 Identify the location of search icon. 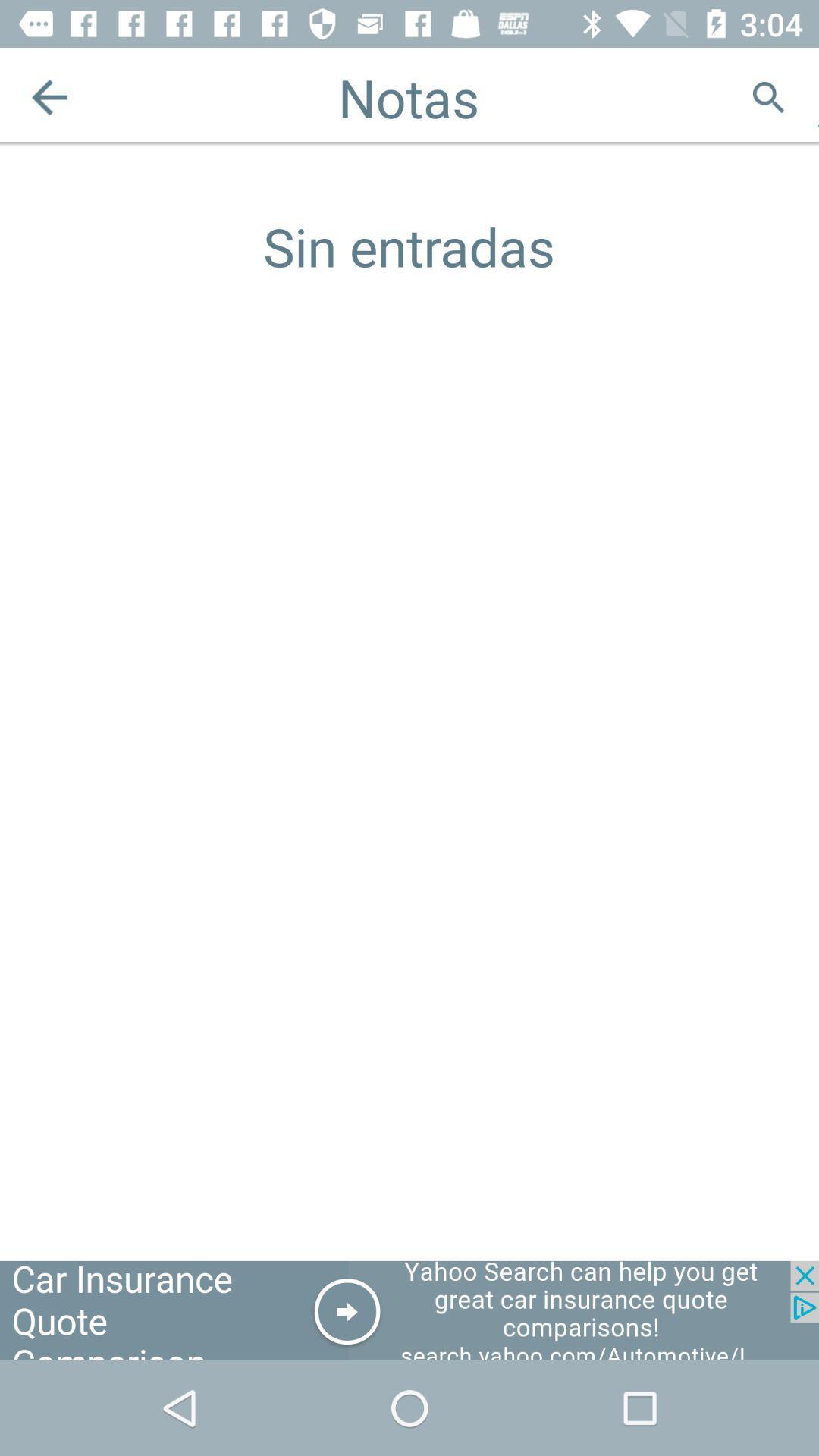
(768, 96).